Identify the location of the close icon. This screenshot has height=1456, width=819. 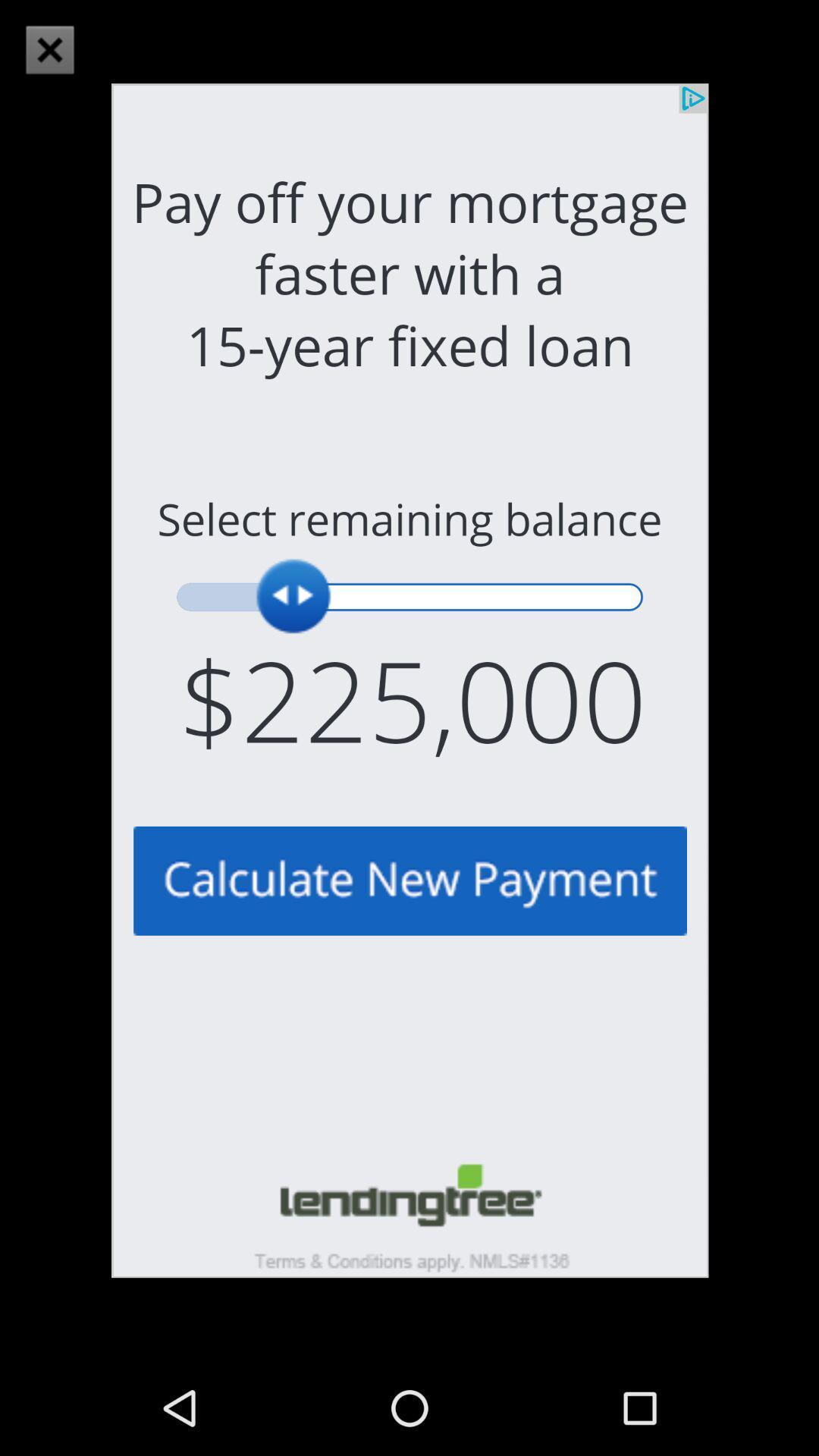
(49, 53).